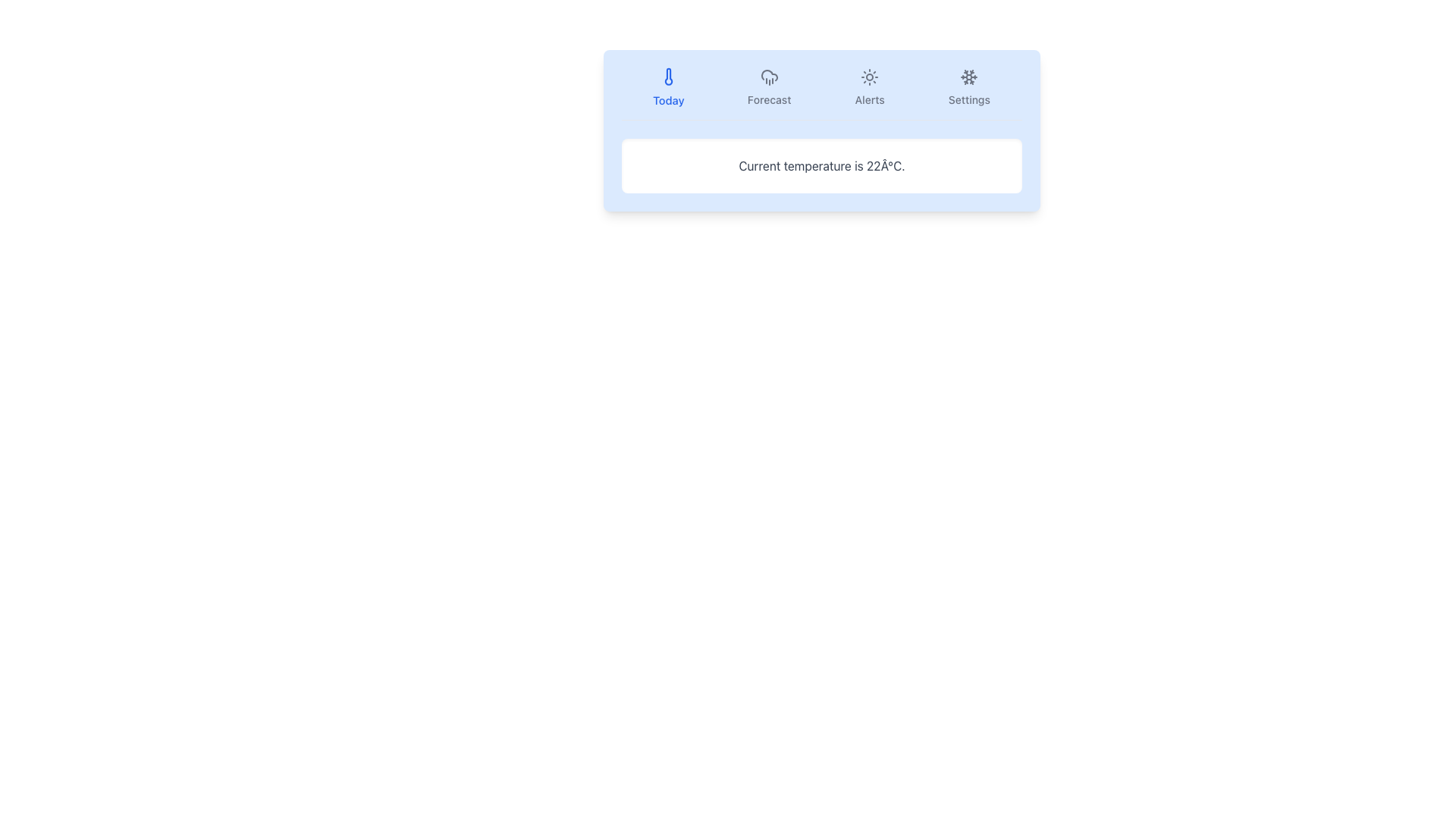  Describe the element at coordinates (667, 77) in the screenshot. I see `the 'Today' icon in the weather application` at that location.